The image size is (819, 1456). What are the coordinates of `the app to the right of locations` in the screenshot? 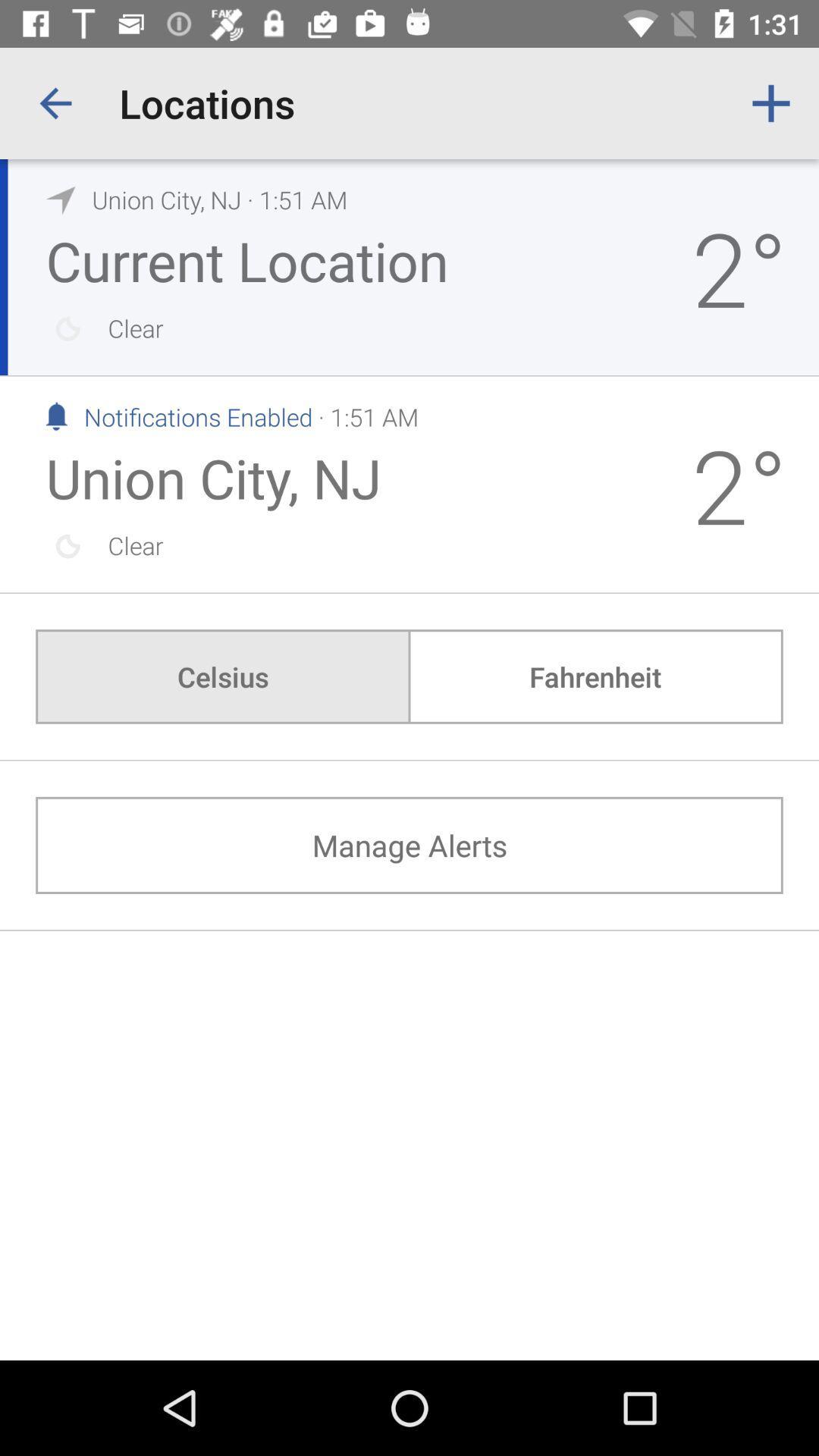 It's located at (771, 102).